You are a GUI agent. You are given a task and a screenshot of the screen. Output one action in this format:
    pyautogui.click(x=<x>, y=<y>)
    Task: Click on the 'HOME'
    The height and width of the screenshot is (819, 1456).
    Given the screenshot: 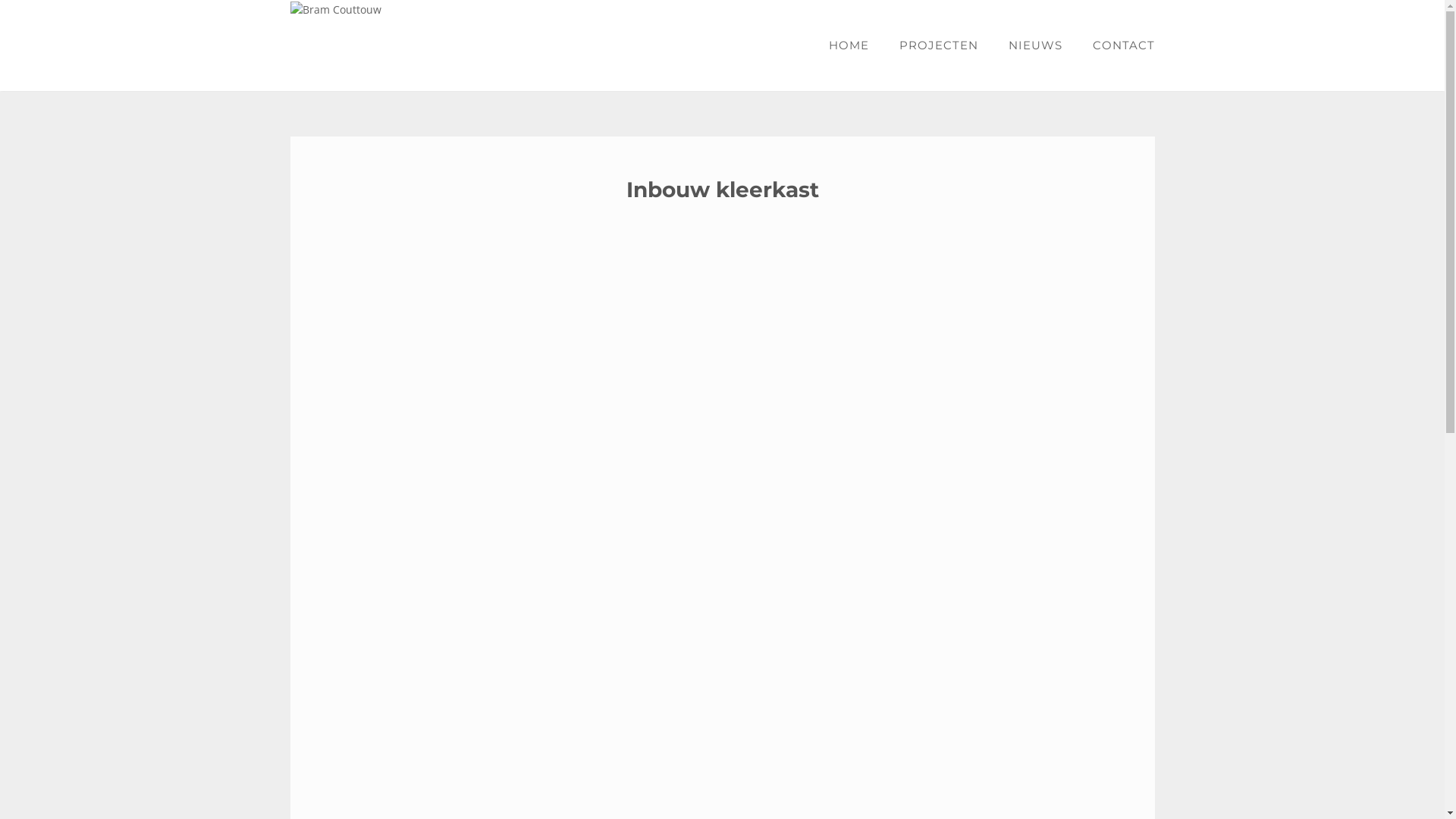 What is the action you would take?
    pyautogui.click(x=847, y=45)
    